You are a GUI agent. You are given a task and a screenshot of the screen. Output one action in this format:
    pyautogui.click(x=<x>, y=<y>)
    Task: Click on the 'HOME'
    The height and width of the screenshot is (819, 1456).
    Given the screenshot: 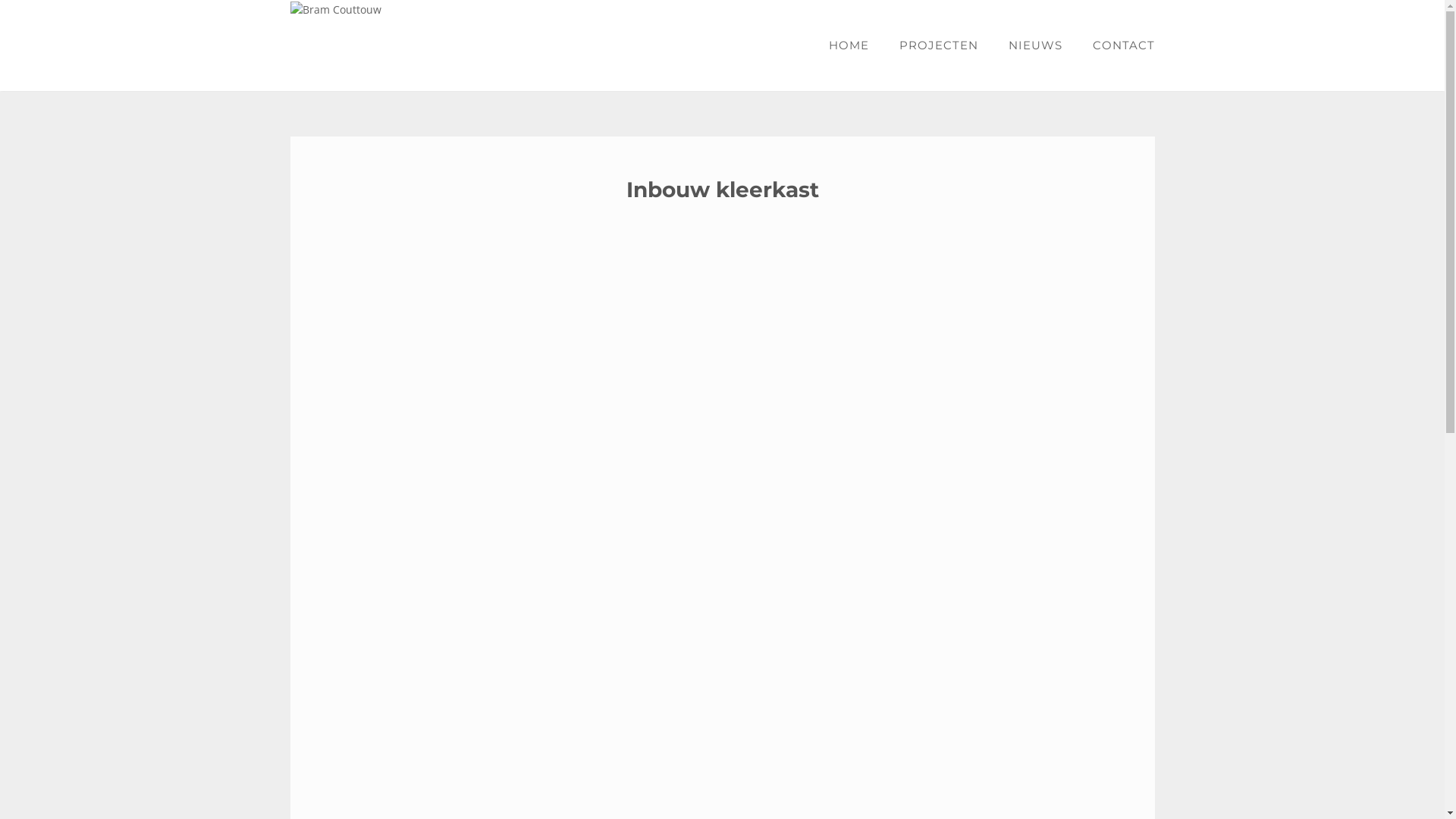 What is the action you would take?
    pyautogui.click(x=847, y=45)
    